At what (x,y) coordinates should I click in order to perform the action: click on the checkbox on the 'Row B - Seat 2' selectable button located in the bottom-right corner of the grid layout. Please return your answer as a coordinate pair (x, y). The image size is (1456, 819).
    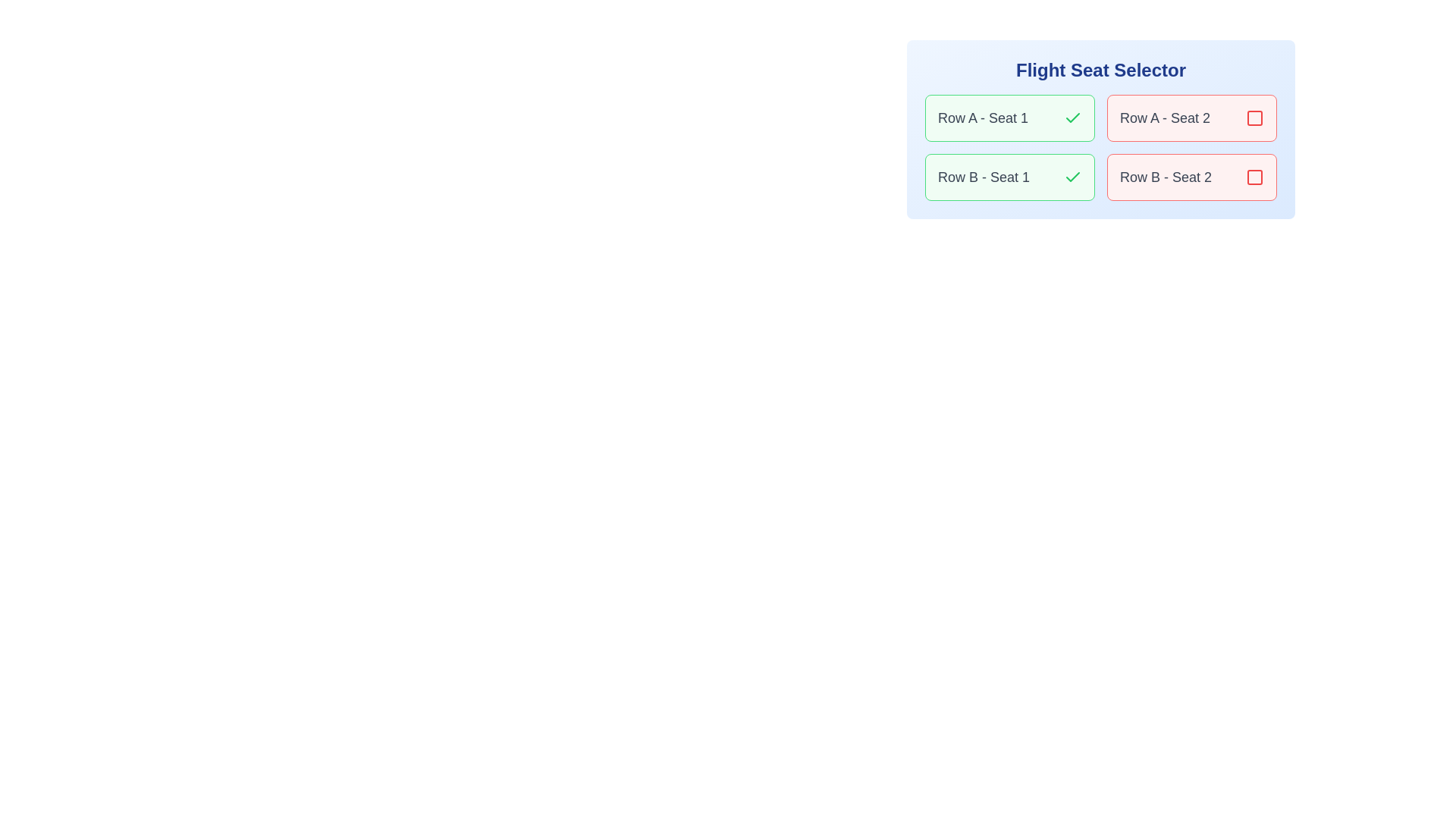
    Looking at the image, I should click on (1191, 177).